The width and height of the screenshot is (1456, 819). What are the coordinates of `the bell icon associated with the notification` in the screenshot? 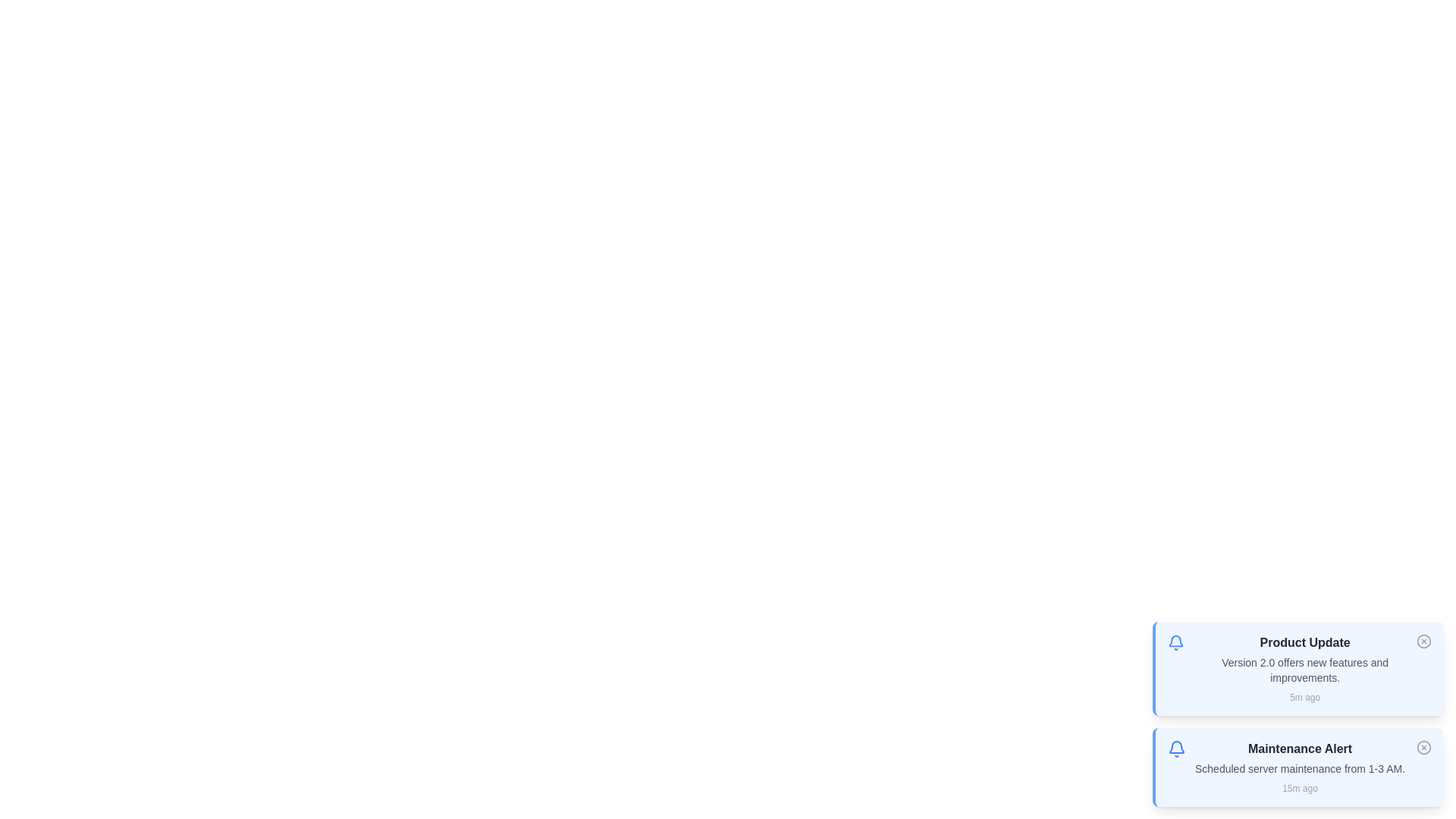 It's located at (1175, 643).